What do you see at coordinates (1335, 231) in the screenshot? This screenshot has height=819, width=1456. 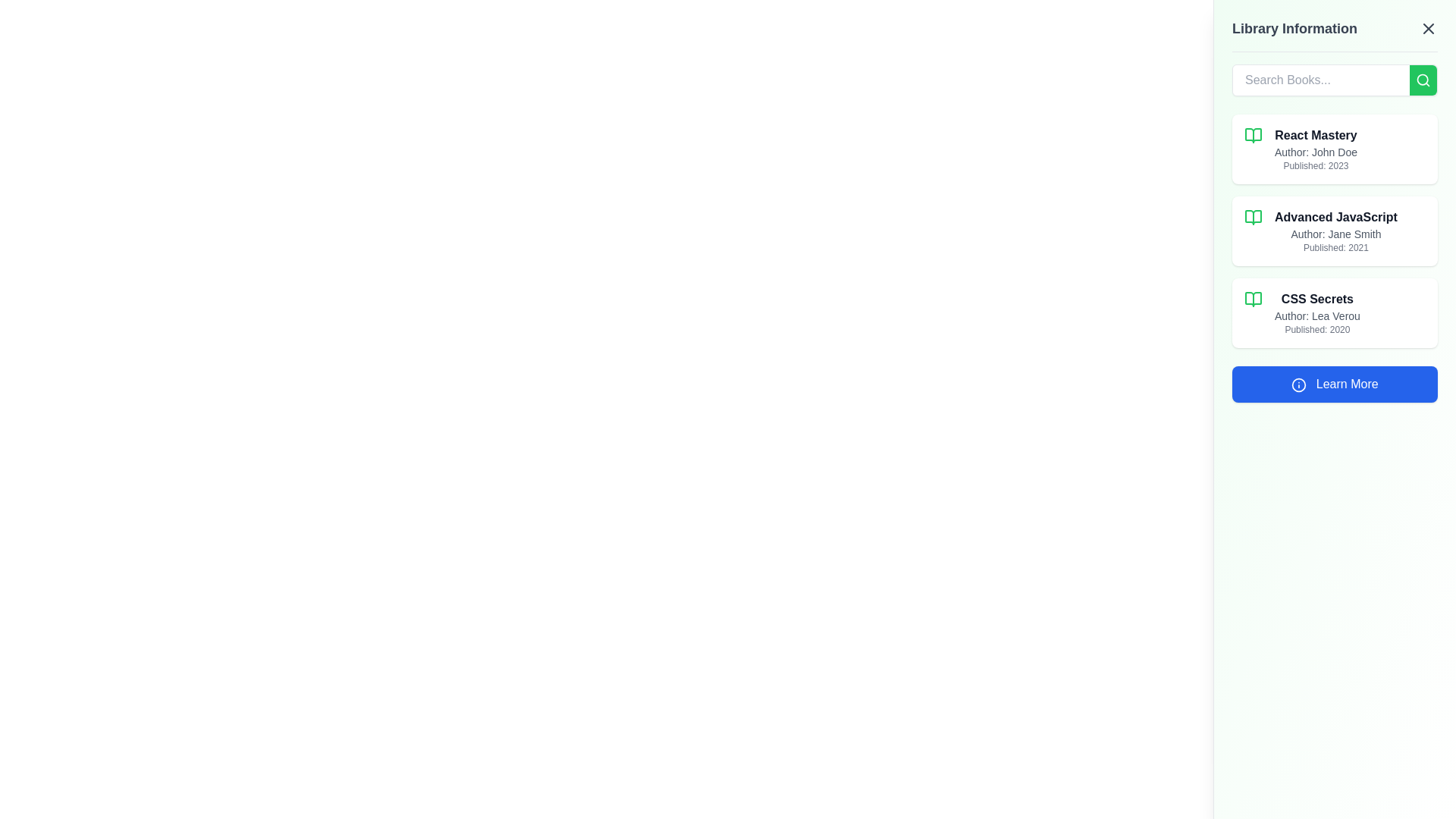 I see `the text block that provides detailed information about a book, including its title, author, and publication year, which is the second entry in a vertical list on a light green card` at bounding box center [1335, 231].